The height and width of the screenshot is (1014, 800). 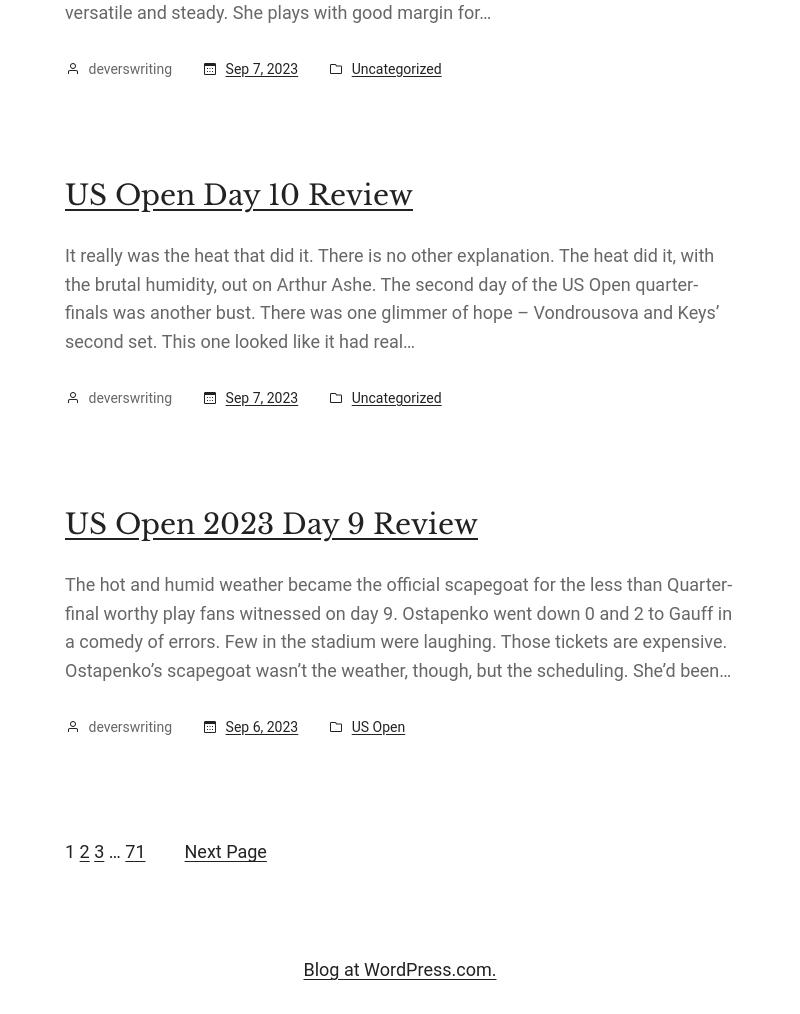 I want to click on 'Sep 6, 2023', so click(x=260, y=726).